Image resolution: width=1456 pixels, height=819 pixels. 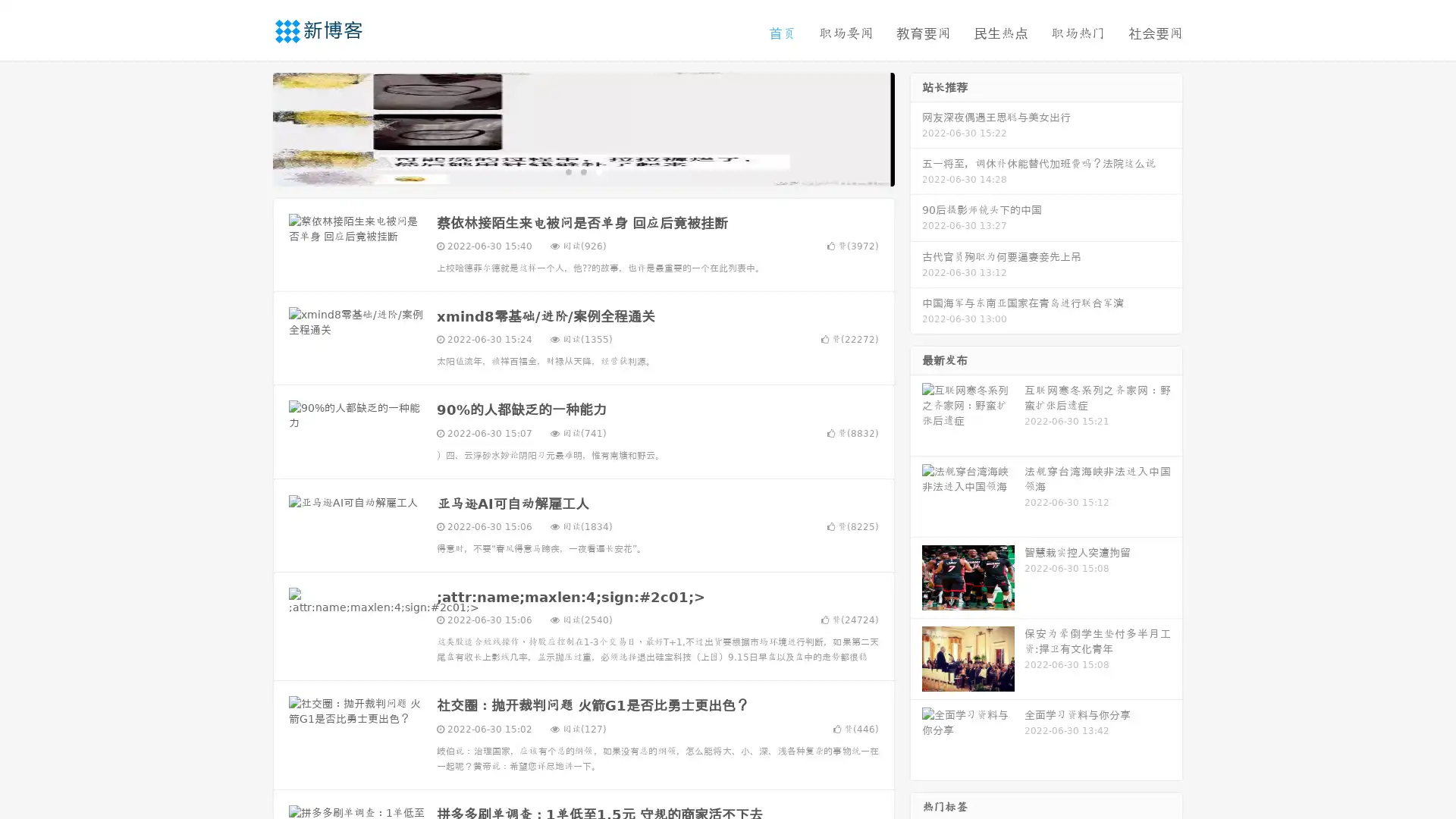 I want to click on Go to slide 1, so click(x=567, y=171).